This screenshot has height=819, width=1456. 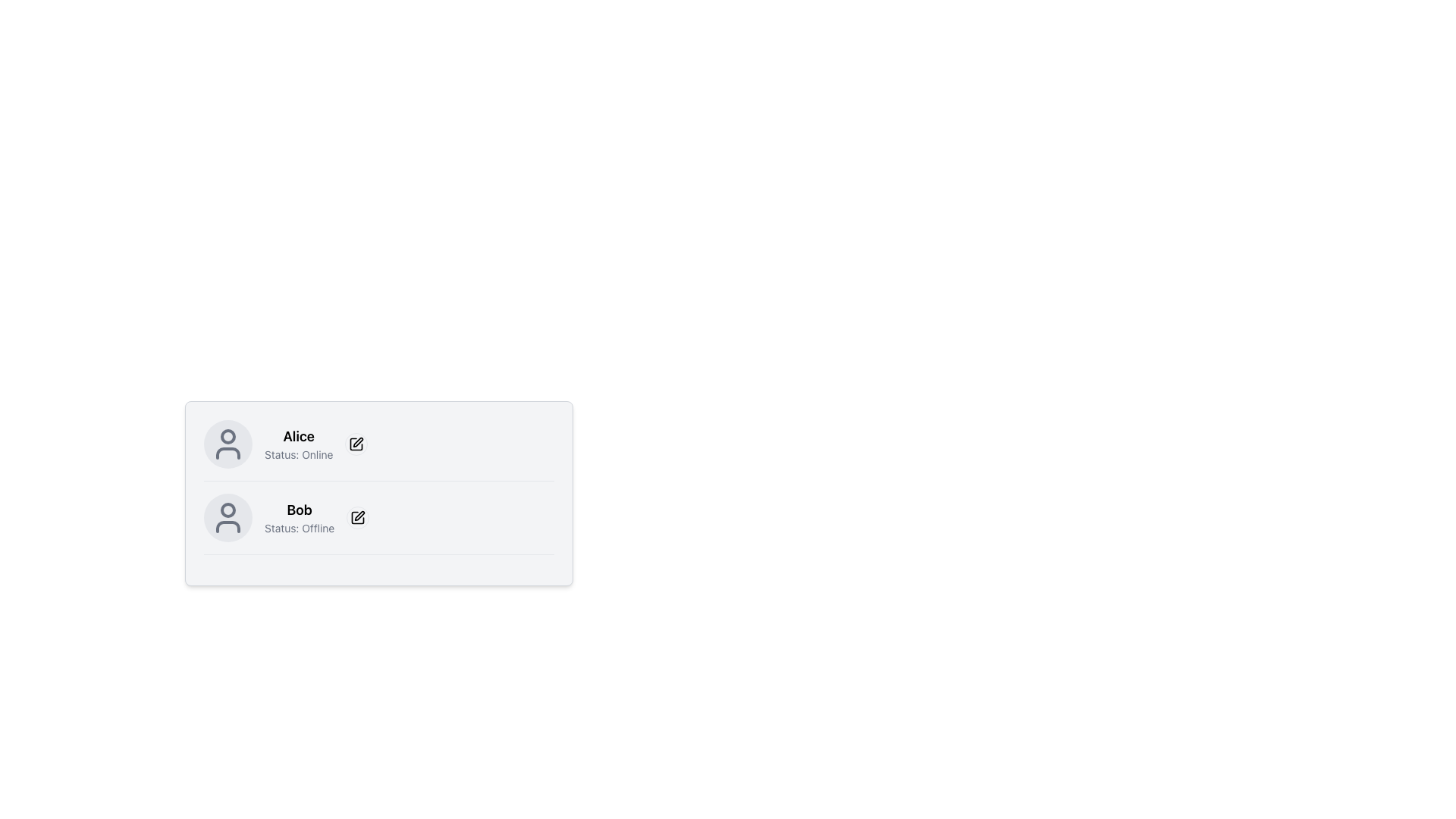 What do you see at coordinates (300, 516) in the screenshot?
I see `text displayed for the user 'Bob' which shows 'Status: Offline' in the second row of the list, next to the avatar icon and edit button` at bounding box center [300, 516].